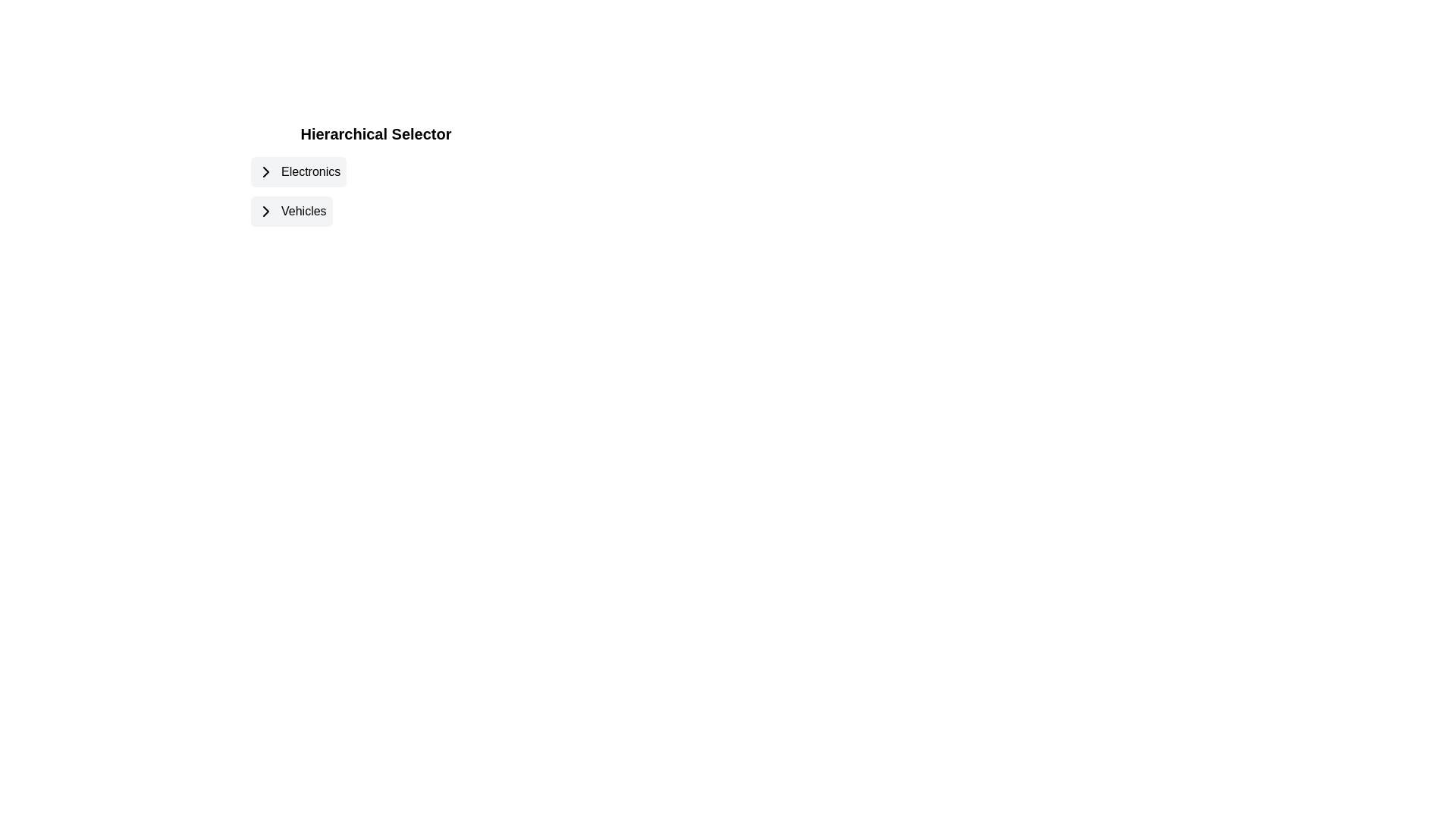 This screenshot has height=819, width=1456. What do you see at coordinates (291, 211) in the screenshot?
I see `the 'Vehicles' category button, which is the second item in a vertically stacked list of selectable categories, located below the 'Electronics' button` at bounding box center [291, 211].